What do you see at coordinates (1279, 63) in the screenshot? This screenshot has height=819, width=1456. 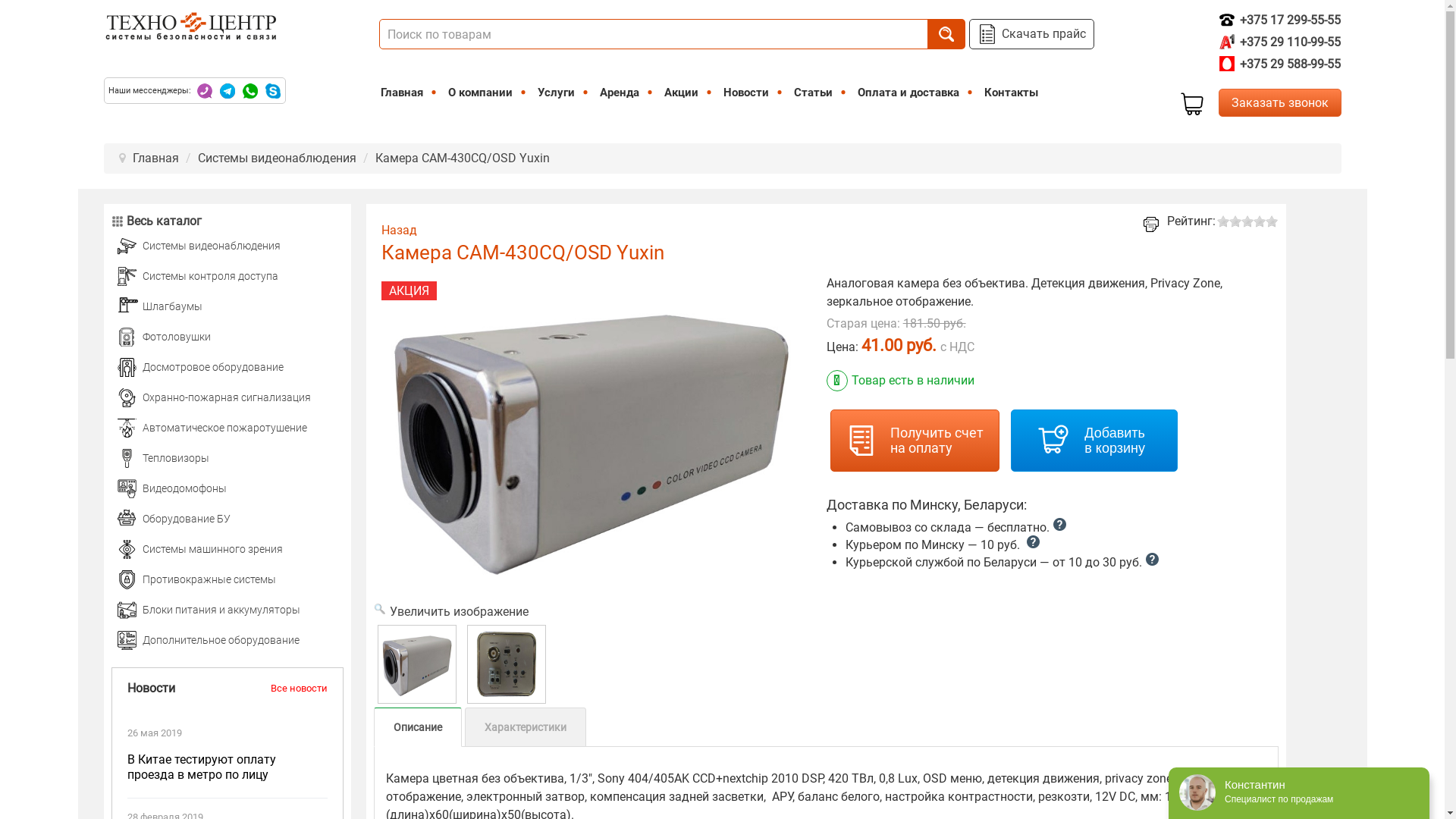 I see `'+375 29 588-99-55'` at bounding box center [1279, 63].